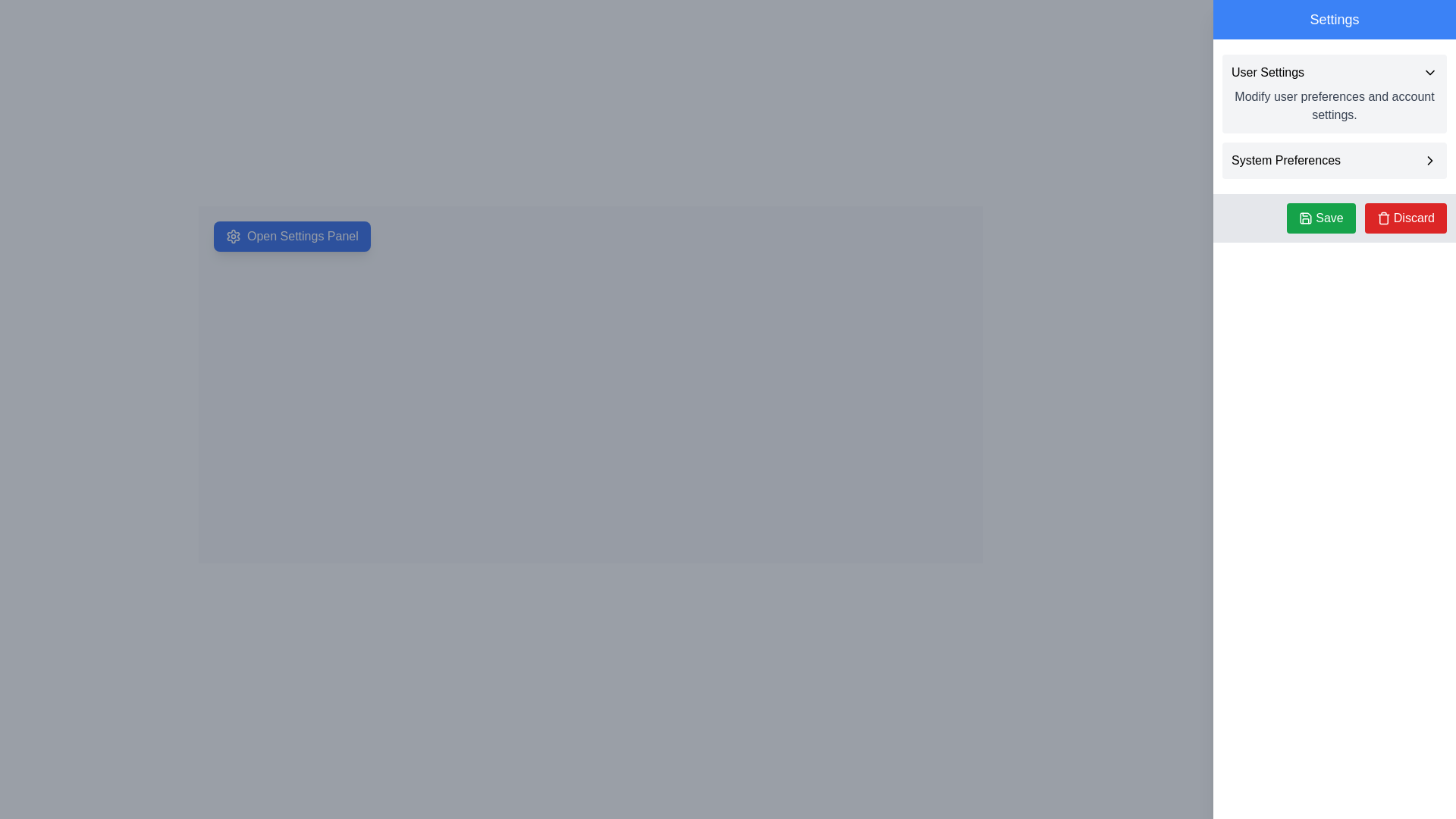  Describe the element at coordinates (292, 237) in the screenshot. I see `the rectangular button with rounded corners that has a blue background and white text saying 'Open Settings Panel'` at that location.